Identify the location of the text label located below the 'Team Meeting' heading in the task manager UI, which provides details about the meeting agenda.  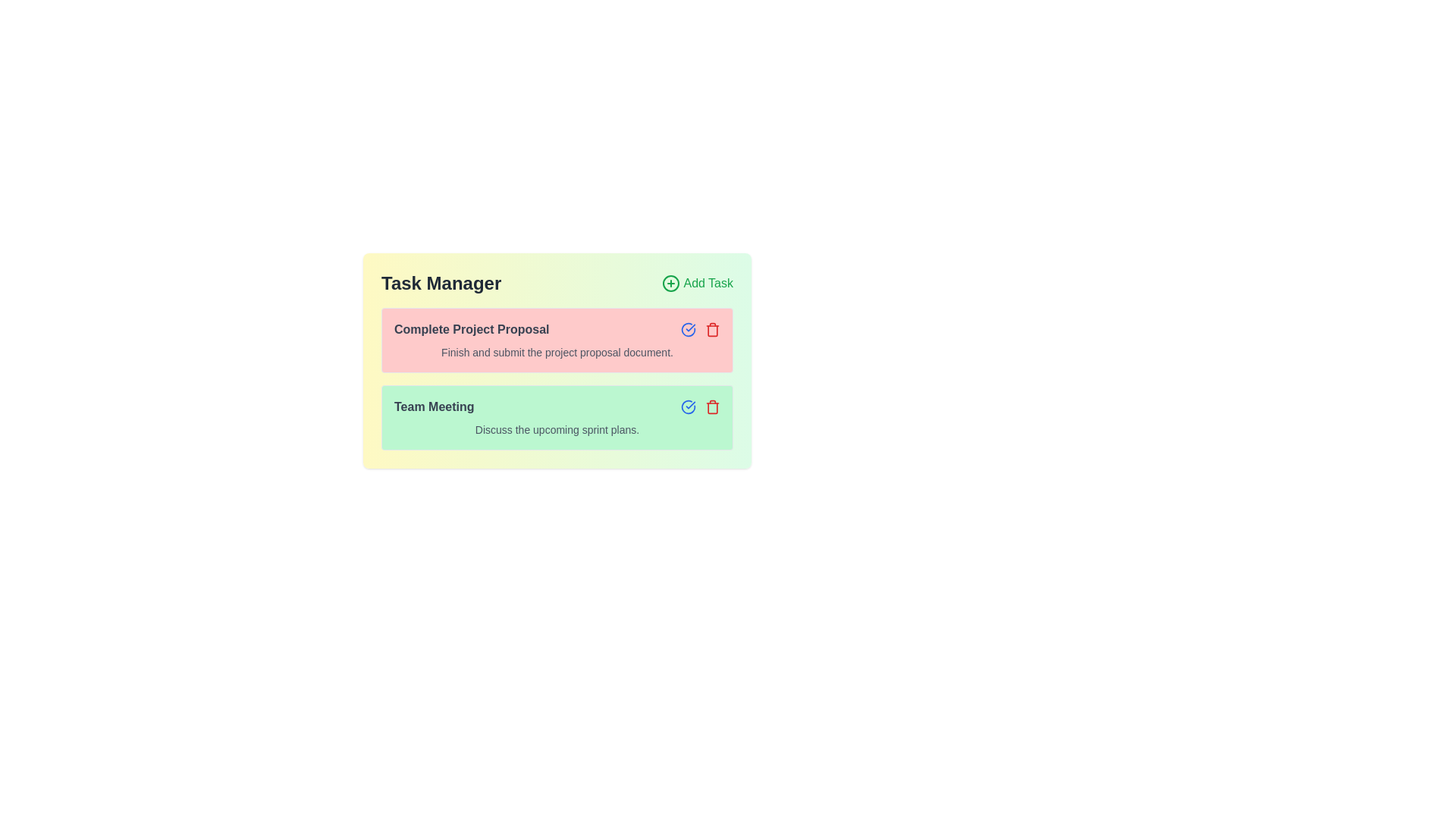
(556, 430).